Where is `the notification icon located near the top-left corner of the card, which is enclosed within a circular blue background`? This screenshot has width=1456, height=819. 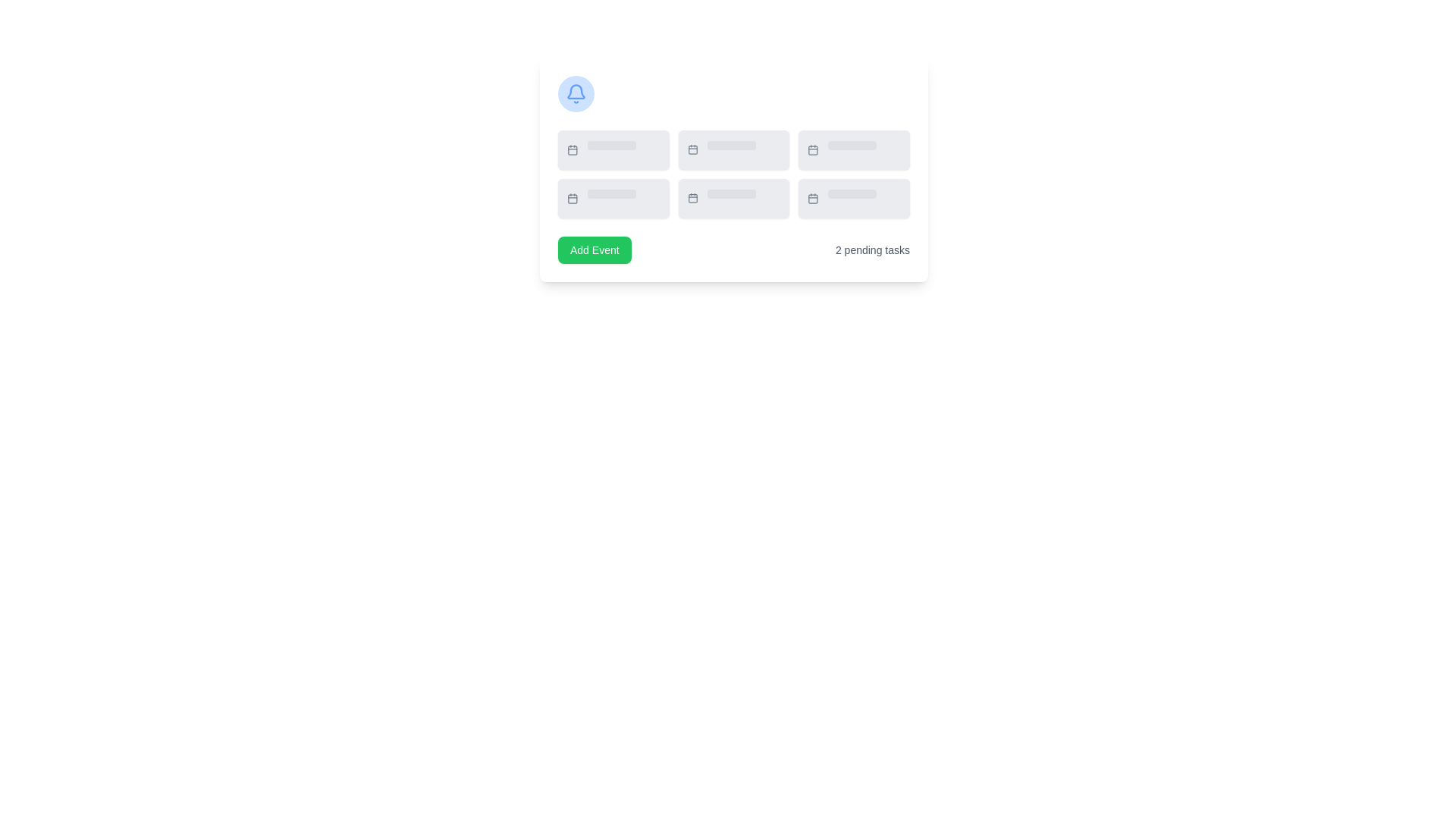
the notification icon located near the top-left corner of the card, which is enclosed within a circular blue background is located at coordinates (575, 93).